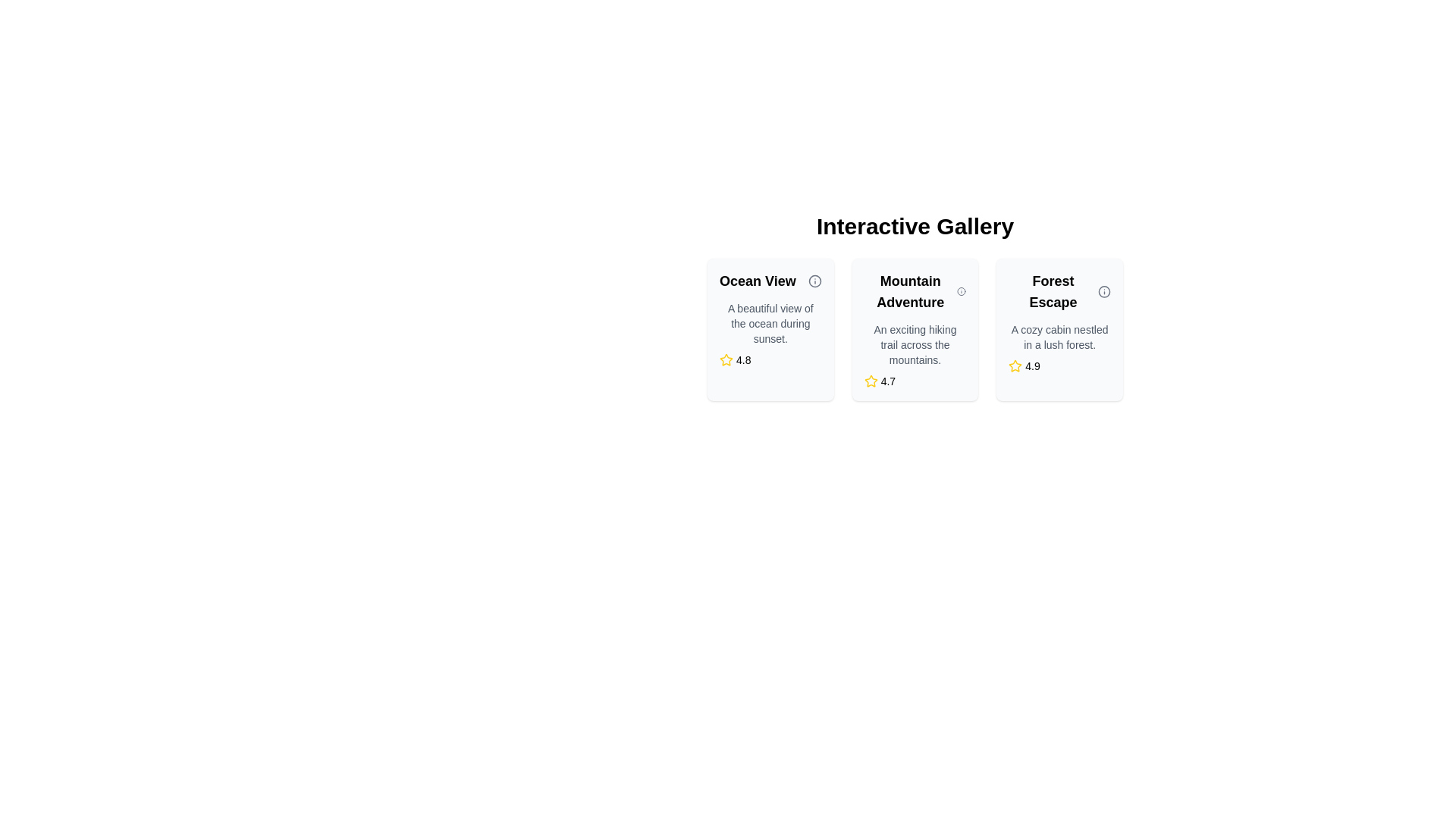 Image resolution: width=1456 pixels, height=819 pixels. I want to click on the informational icon element located to the right of the 'Forest Escape' text, which serves as a tooltip trigger for additional information, so click(1104, 292).